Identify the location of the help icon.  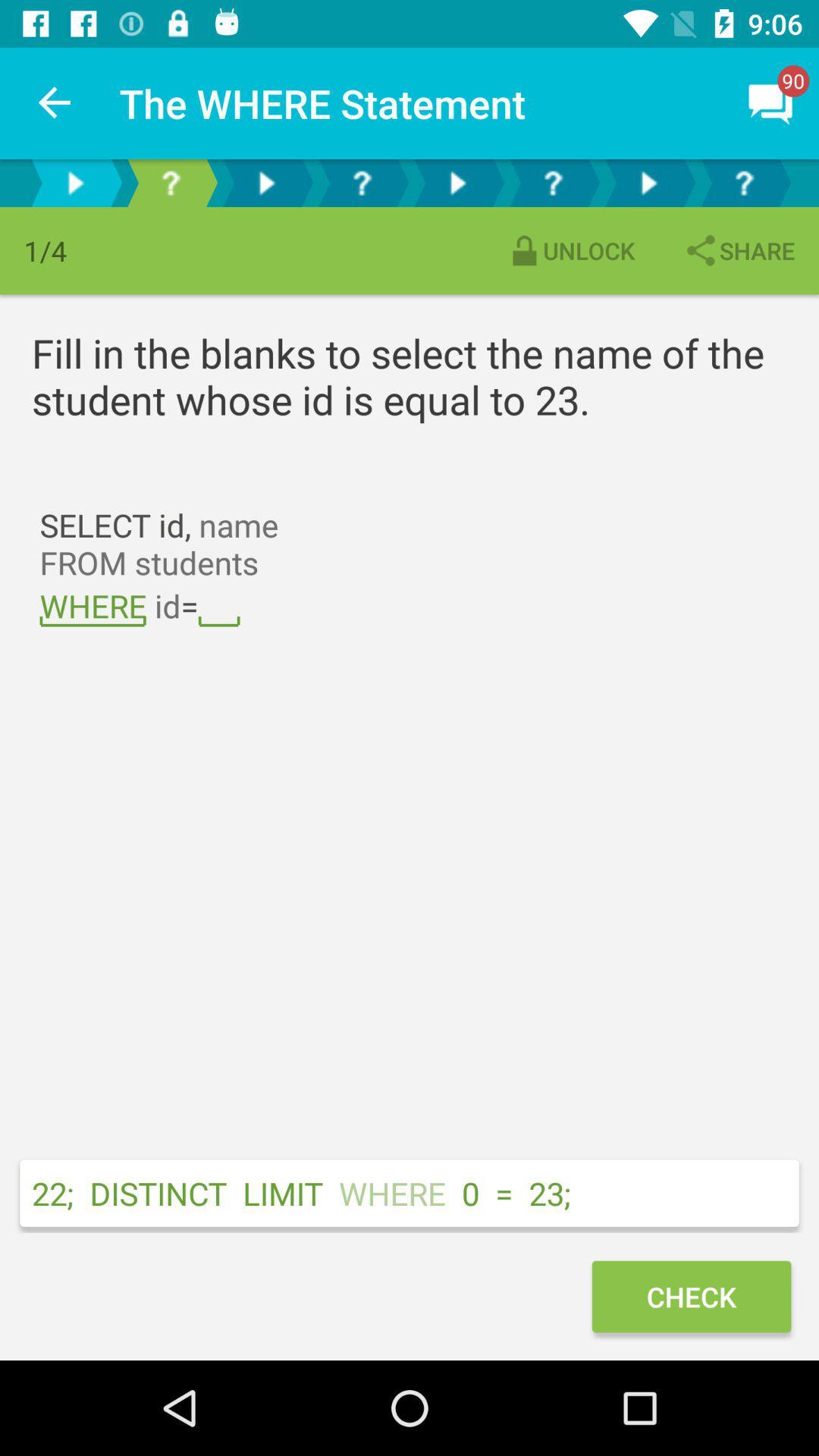
(742, 182).